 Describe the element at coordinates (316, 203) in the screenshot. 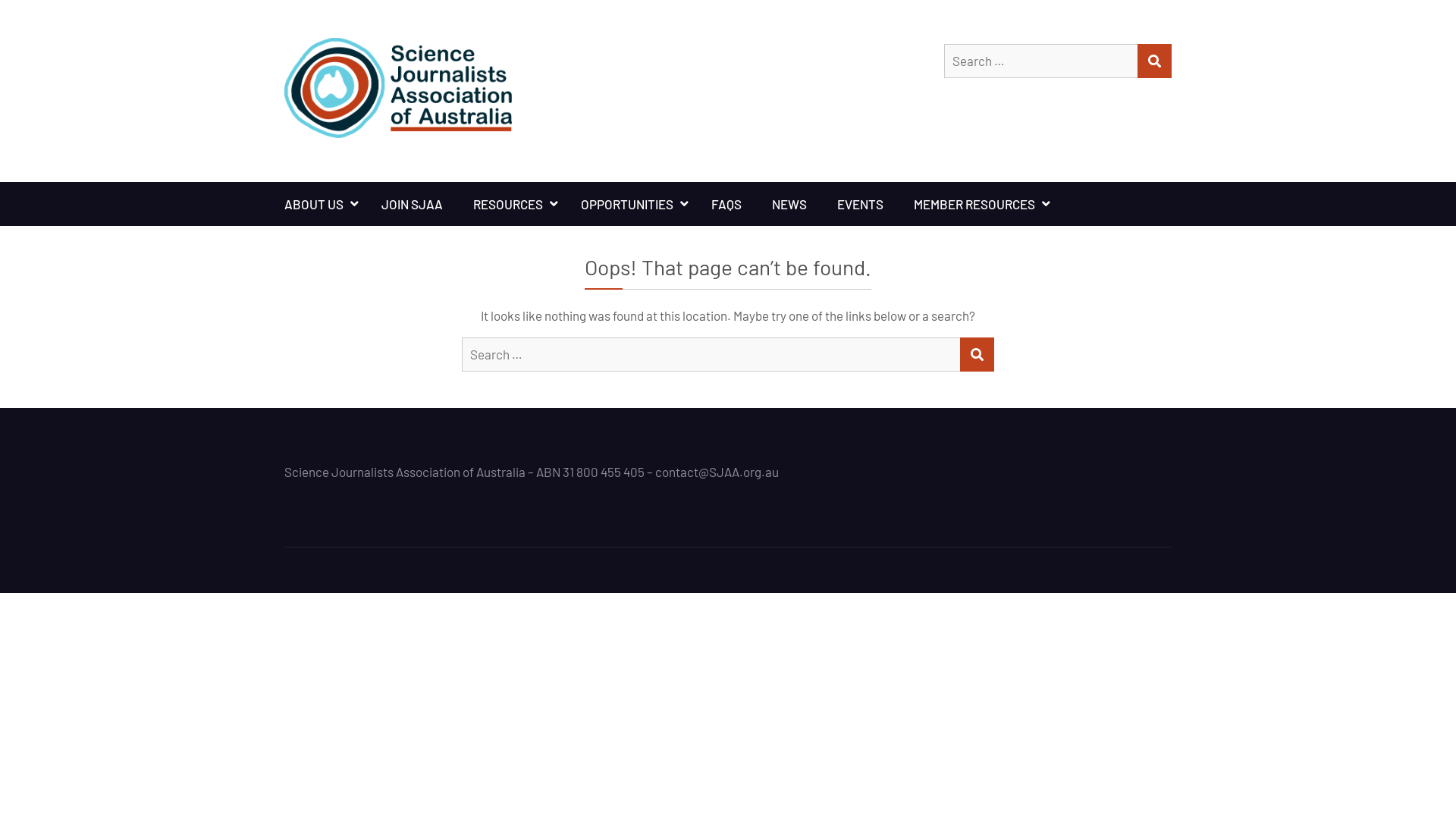

I see `'ABOUT US'` at that location.